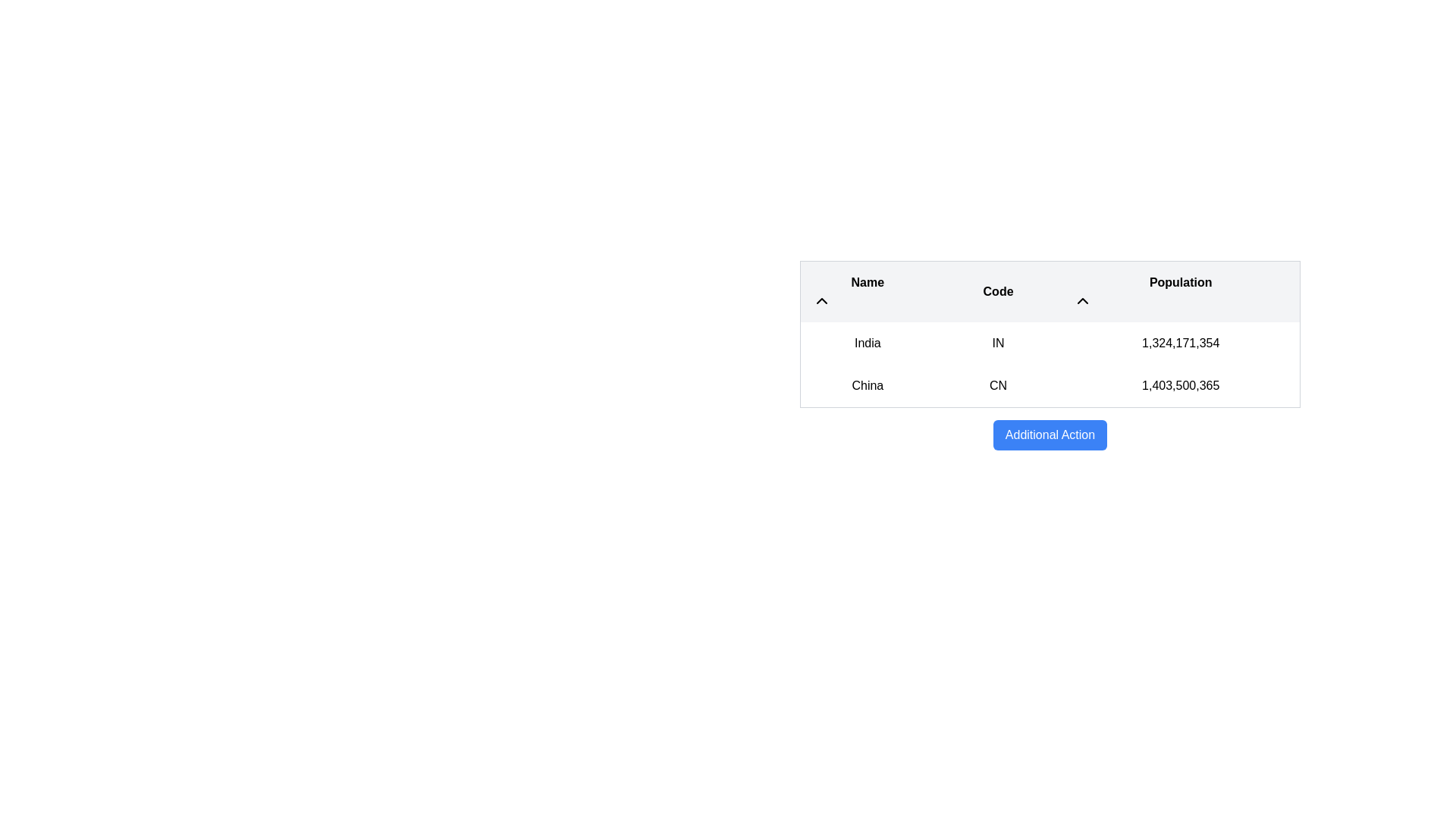 Image resolution: width=1456 pixels, height=819 pixels. What do you see at coordinates (1180, 385) in the screenshot?
I see `population value displayed in the table cell for 'China', which shows '1,403,500,365'` at bounding box center [1180, 385].